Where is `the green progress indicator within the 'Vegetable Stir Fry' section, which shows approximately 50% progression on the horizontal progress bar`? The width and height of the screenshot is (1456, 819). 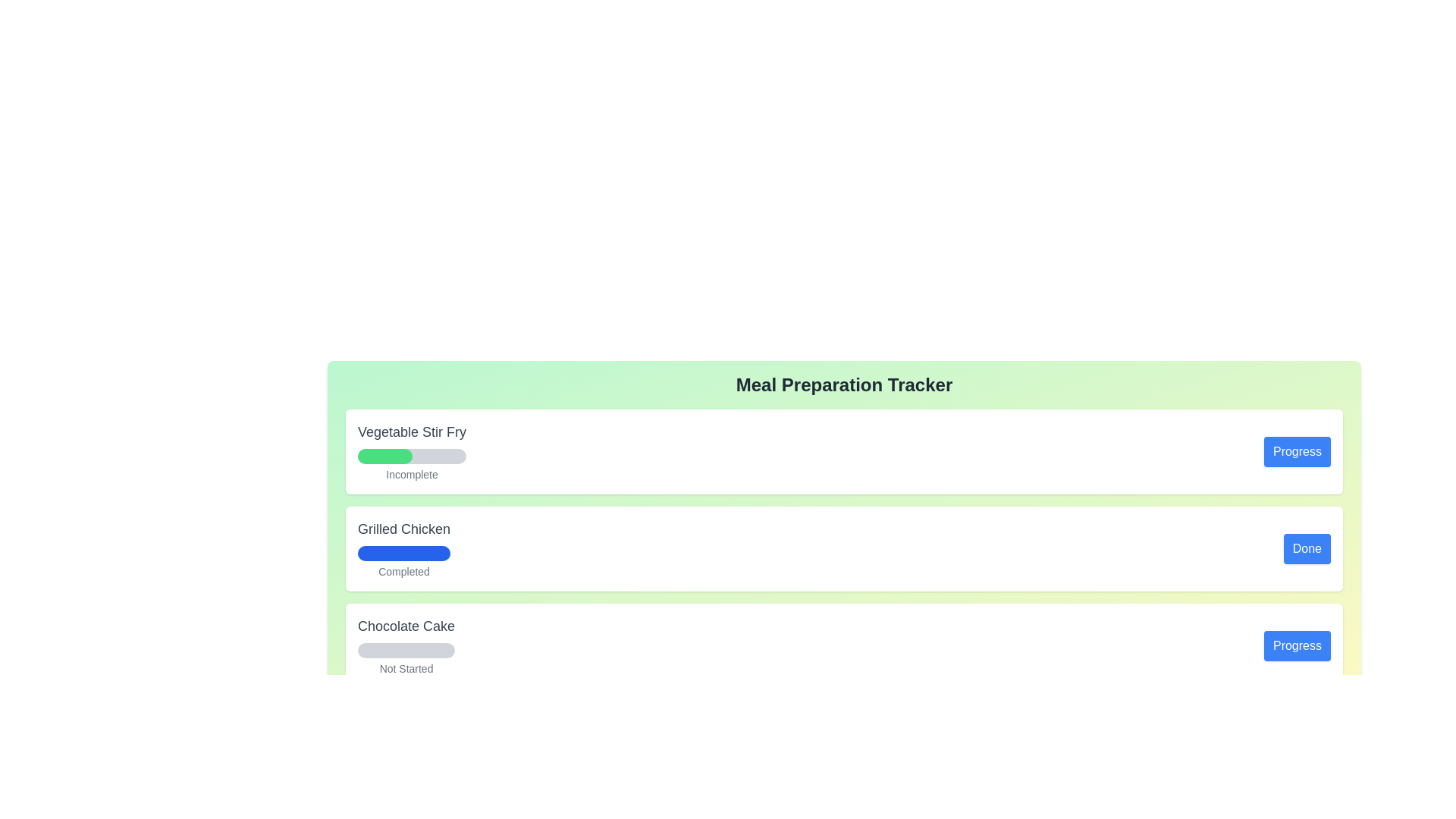 the green progress indicator within the 'Vegetable Stir Fry' section, which shows approximately 50% progression on the horizontal progress bar is located at coordinates (384, 455).